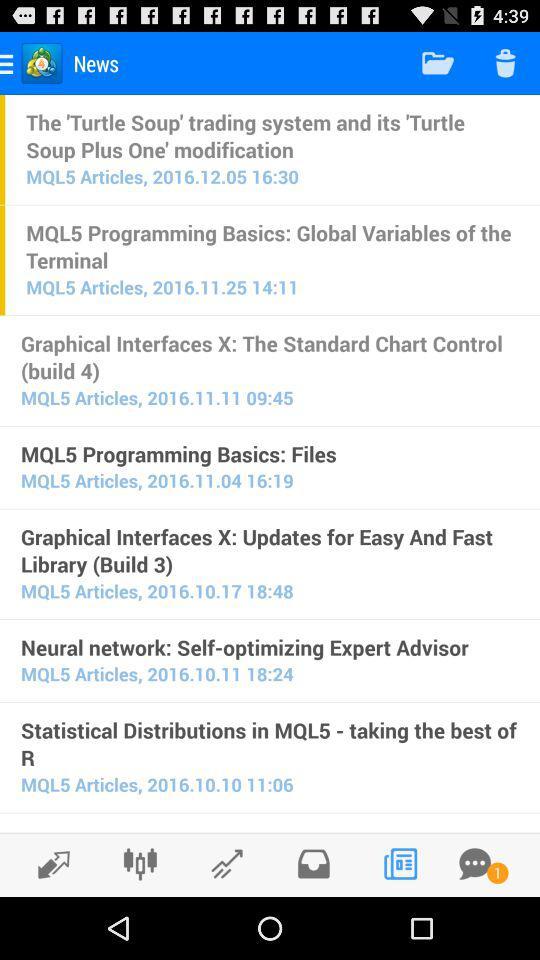  What do you see at coordinates (270, 646) in the screenshot?
I see `the item above the mql5 articles 2016 item` at bounding box center [270, 646].